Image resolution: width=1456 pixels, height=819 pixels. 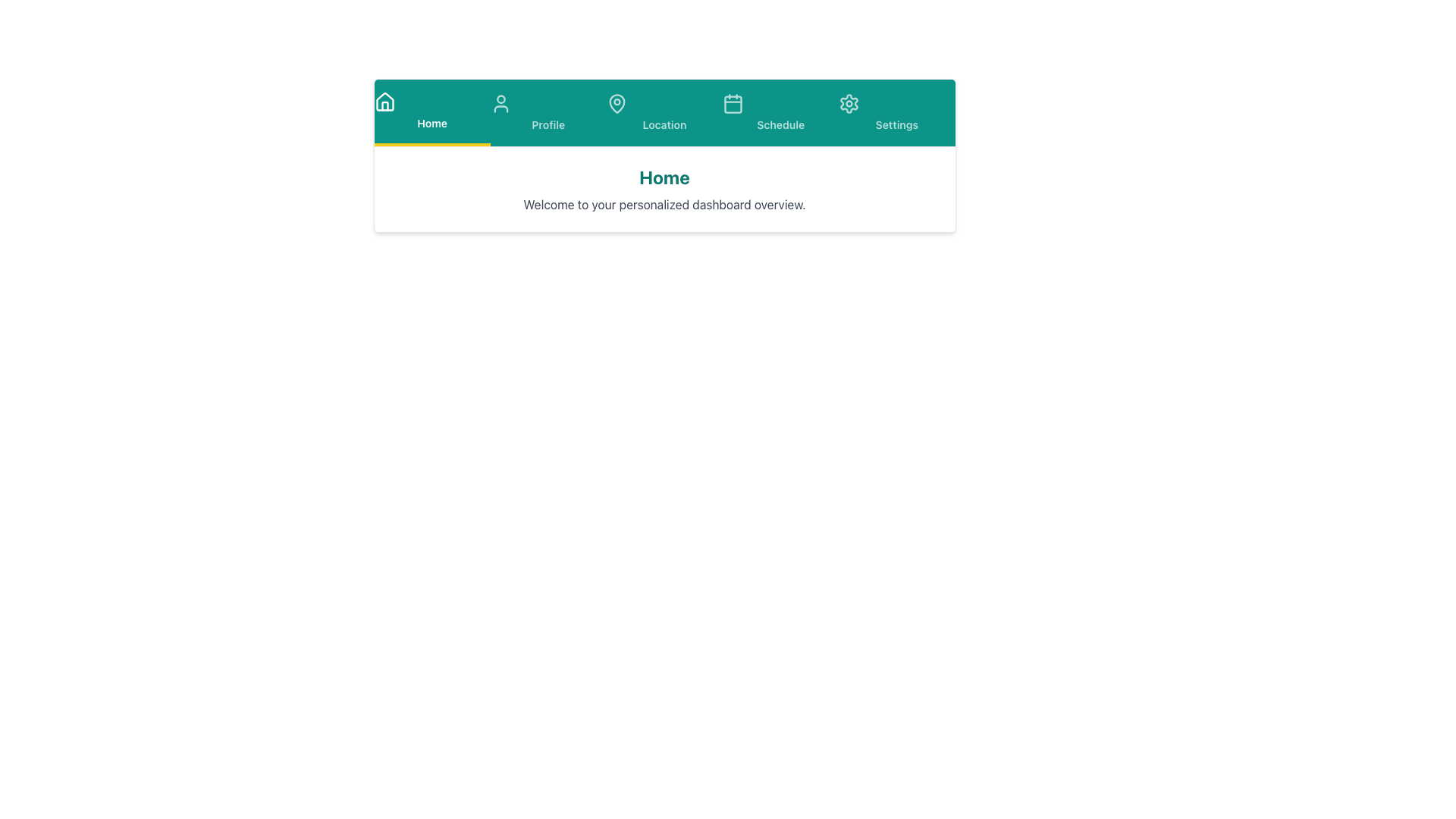 I want to click on the navigational button in the third position of the horizontal navigation bar, so click(x=664, y=112).